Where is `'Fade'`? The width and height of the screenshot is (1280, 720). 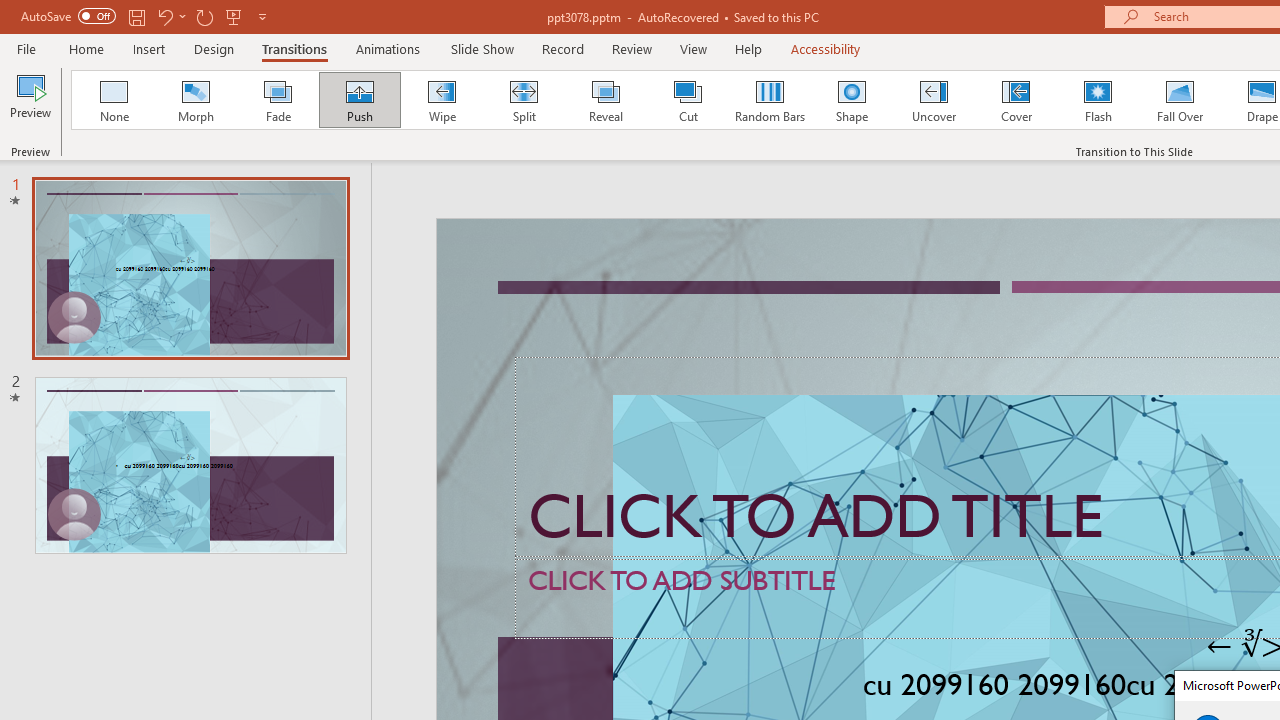
'Fade' is located at coordinates (276, 100).